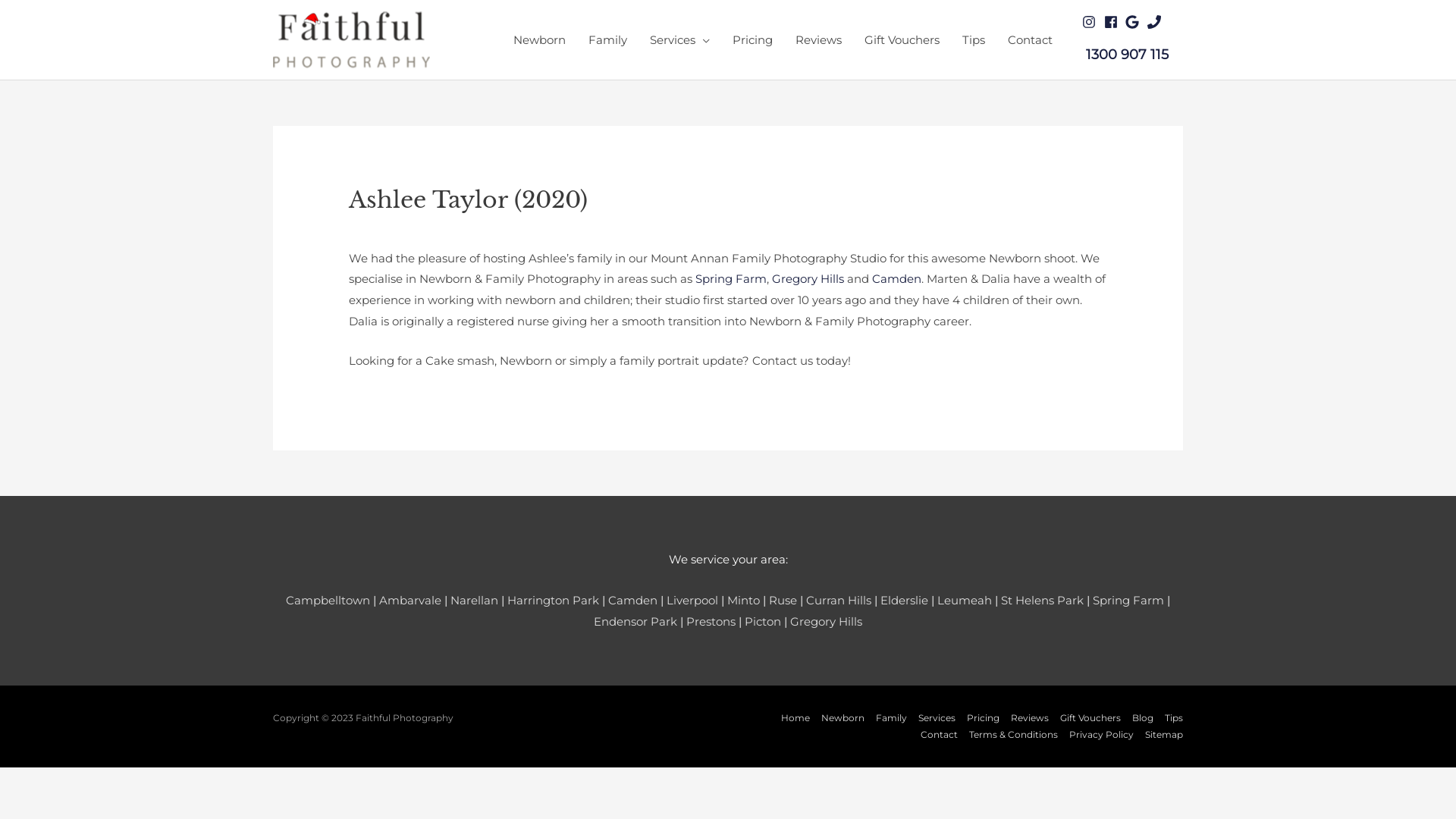 The height and width of the screenshot is (819, 1456). What do you see at coordinates (896, 278) in the screenshot?
I see `'Camden'` at bounding box center [896, 278].